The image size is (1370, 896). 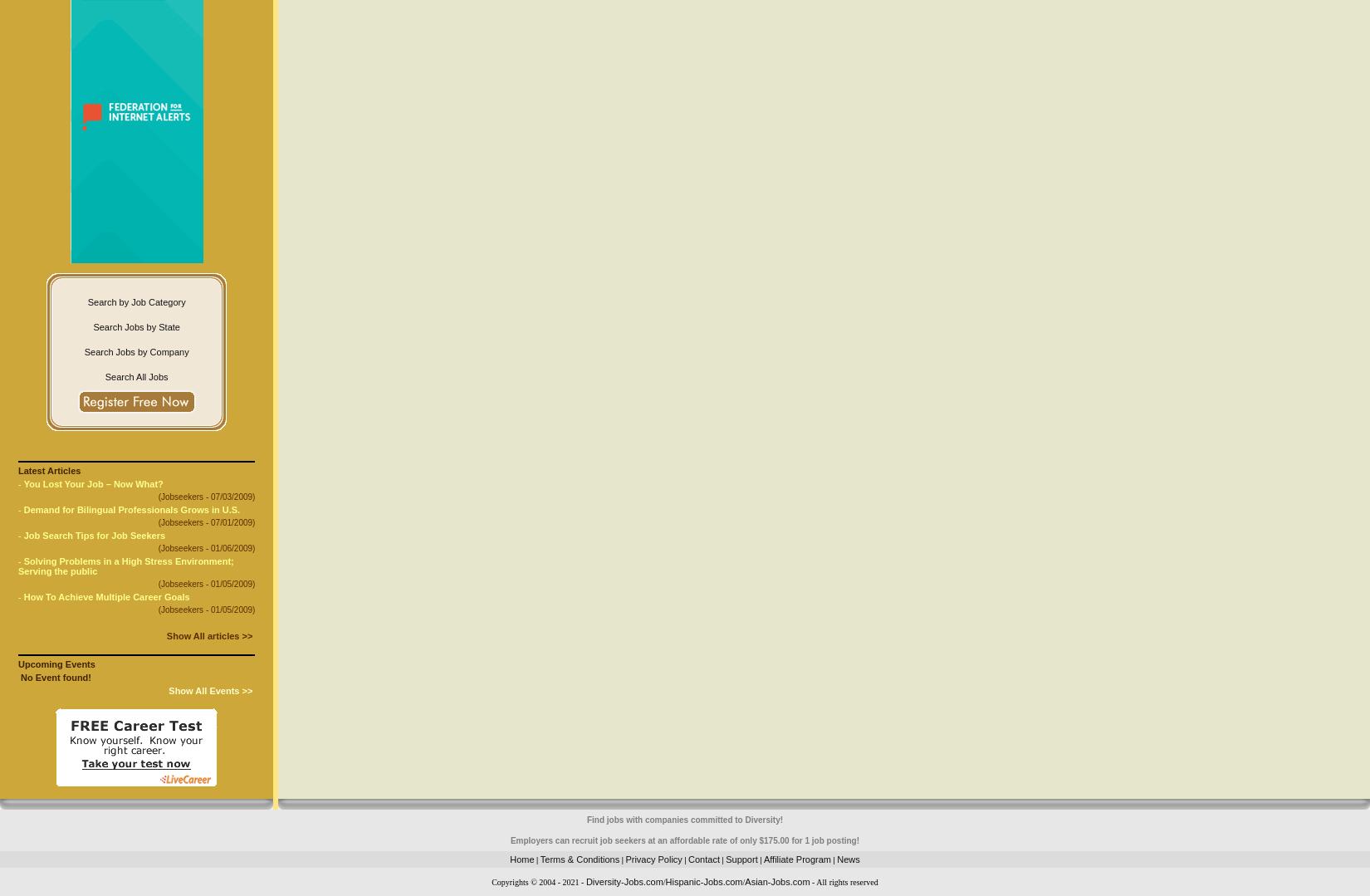 I want to click on 'Search 
                        All Jobs', so click(x=136, y=377).